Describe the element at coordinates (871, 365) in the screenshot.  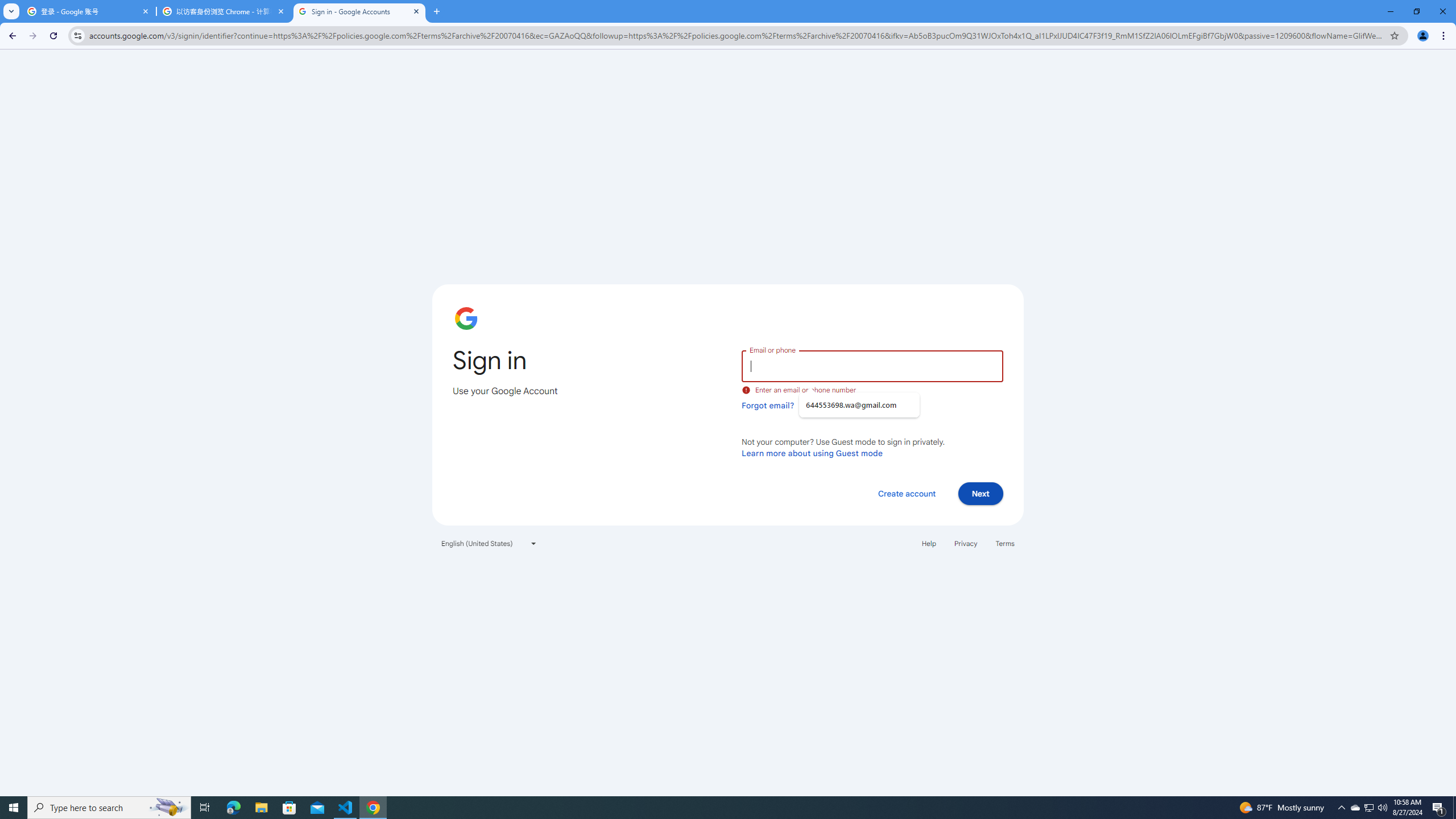
I see `'Email or phone'` at that location.